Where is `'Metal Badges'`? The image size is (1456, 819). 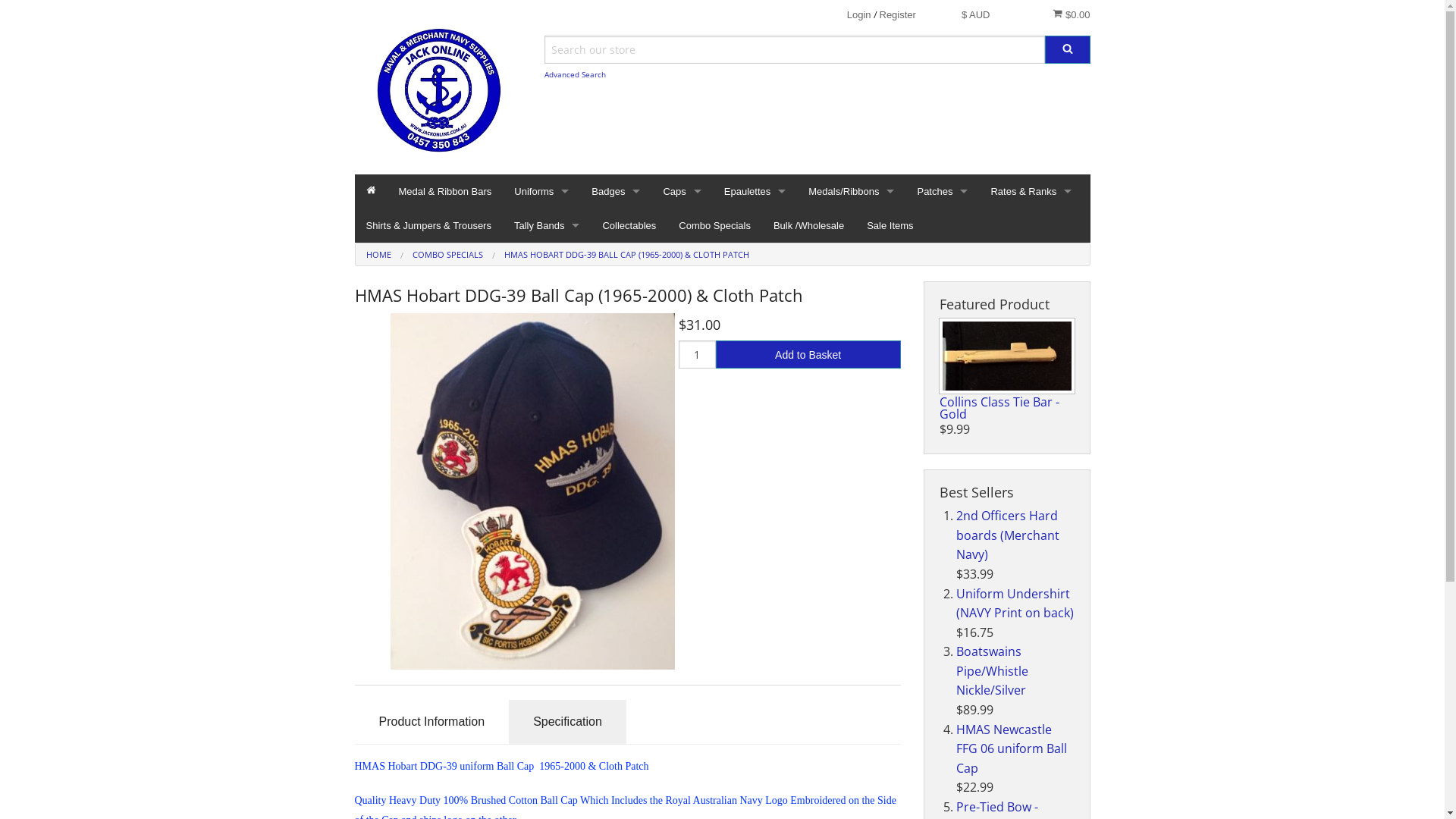 'Metal Badges' is located at coordinates (615, 278).